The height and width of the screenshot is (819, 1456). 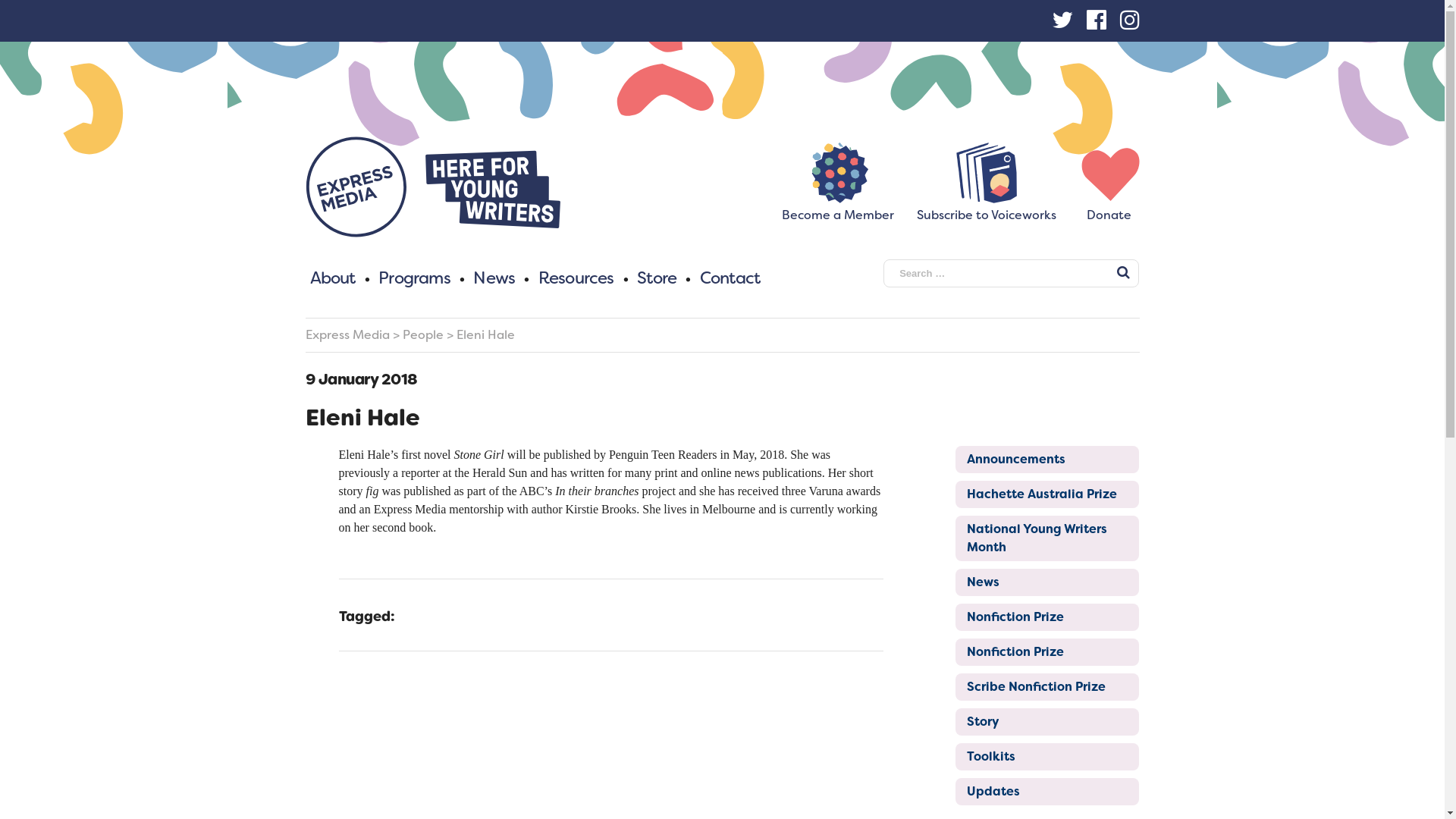 What do you see at coordinates (1046, 617) in the screenshot?
I see `'Nonfiction Prize'` at bounding box center [1046, 617].